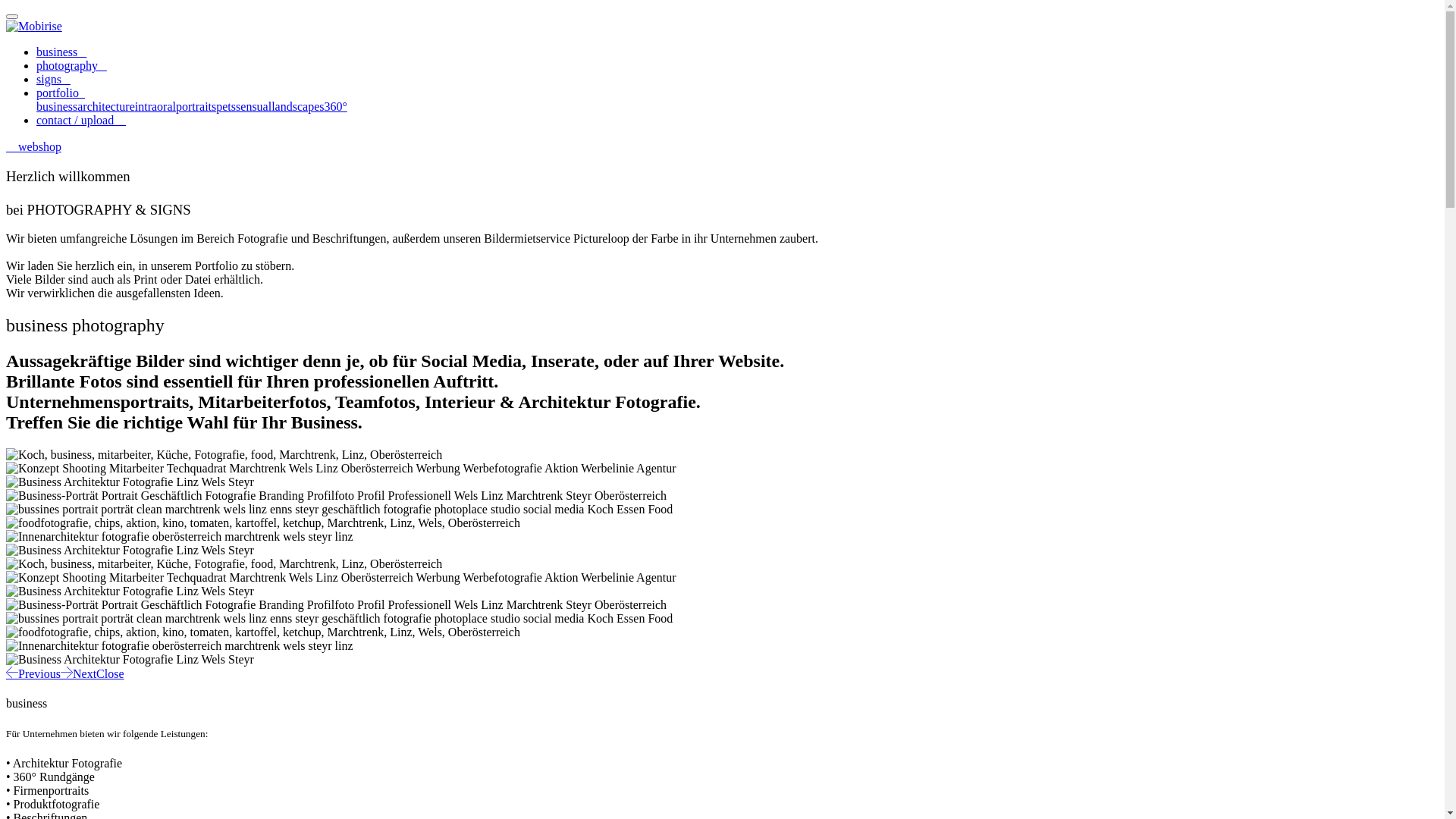  Describe the element at coordinates (195, 105) in the screenshot. I see `'portraits'` at that location.